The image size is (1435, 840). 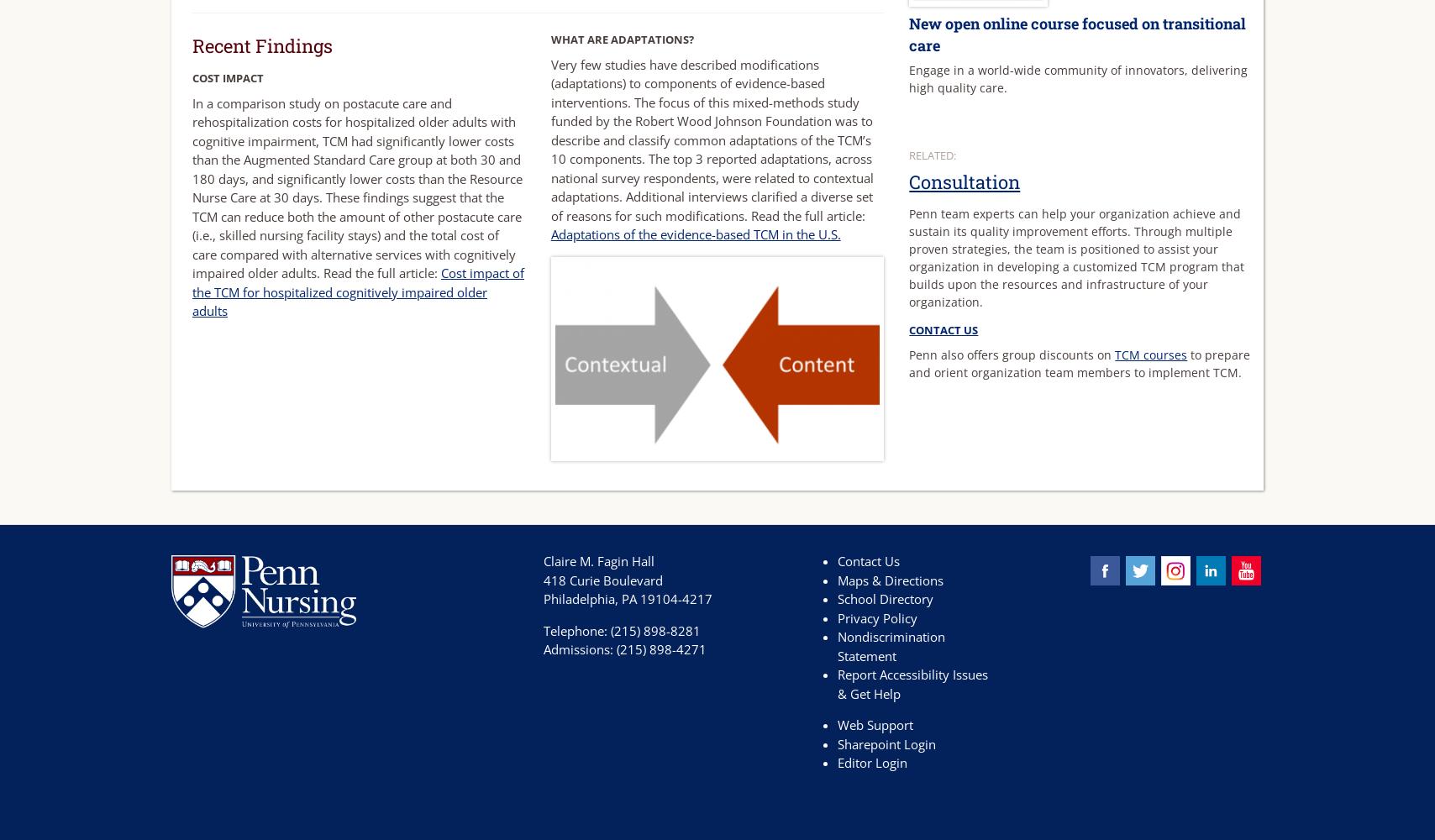 I want to click on 'Report Accessibility Issues & Get Help', so click(x=912, y=683).